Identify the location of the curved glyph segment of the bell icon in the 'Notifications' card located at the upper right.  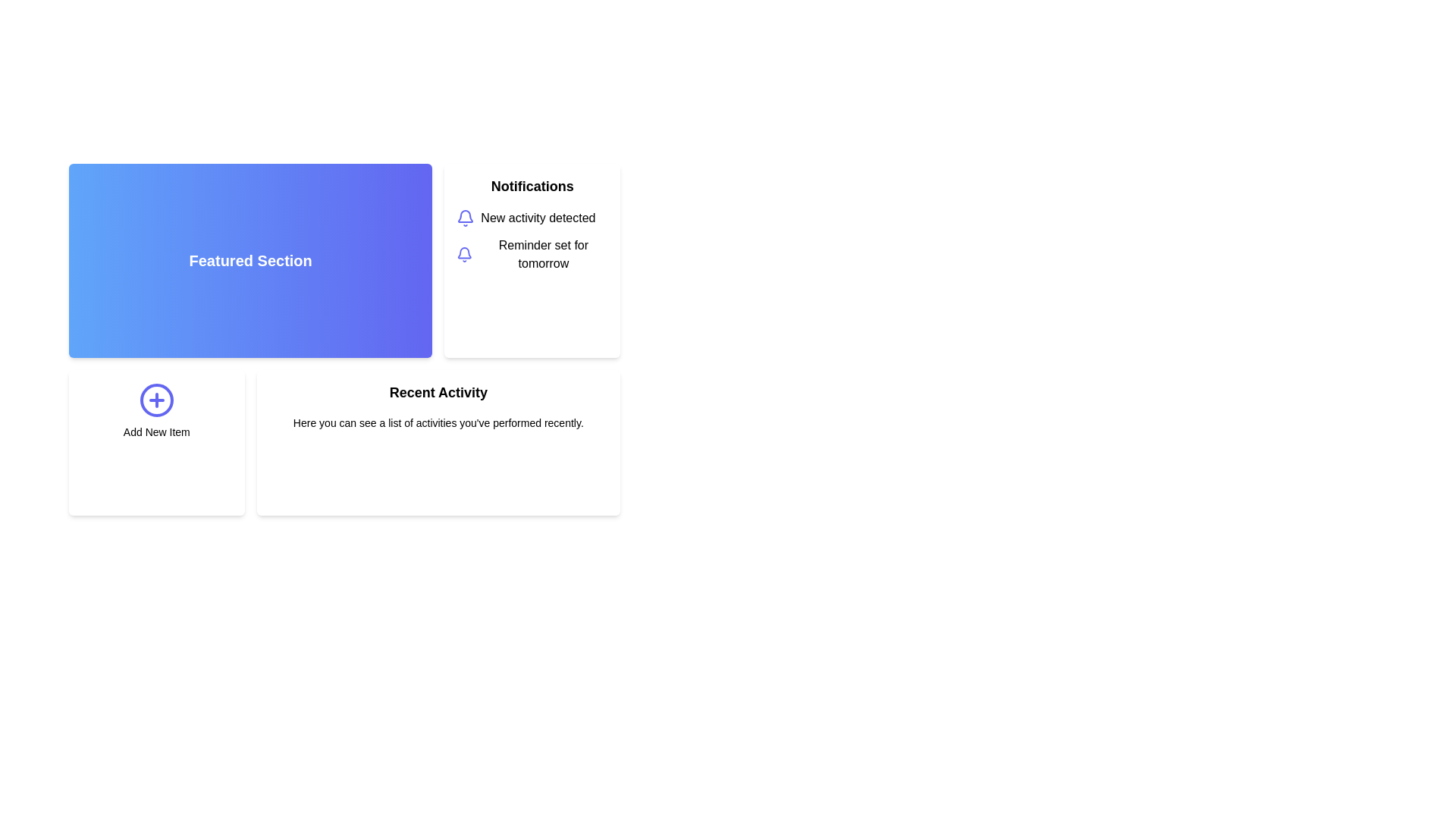
(464, 252).